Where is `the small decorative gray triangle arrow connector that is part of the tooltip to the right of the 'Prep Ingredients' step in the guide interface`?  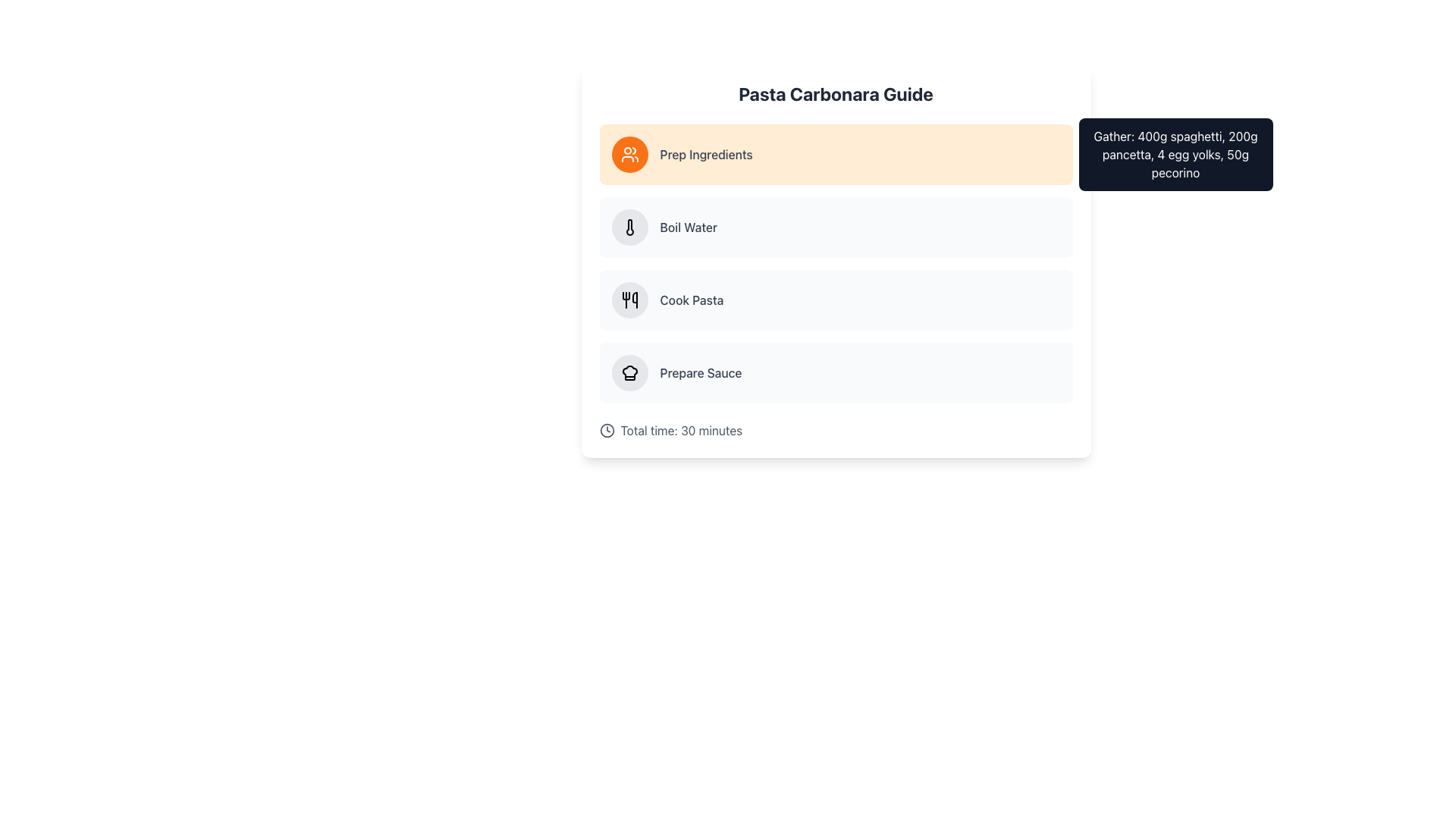
the small decorative gray triangle arrow connector that is part of the tooltip to the right of the 'Prep Ingredients' step in the guide interface is located at coordinates (1081, 155).